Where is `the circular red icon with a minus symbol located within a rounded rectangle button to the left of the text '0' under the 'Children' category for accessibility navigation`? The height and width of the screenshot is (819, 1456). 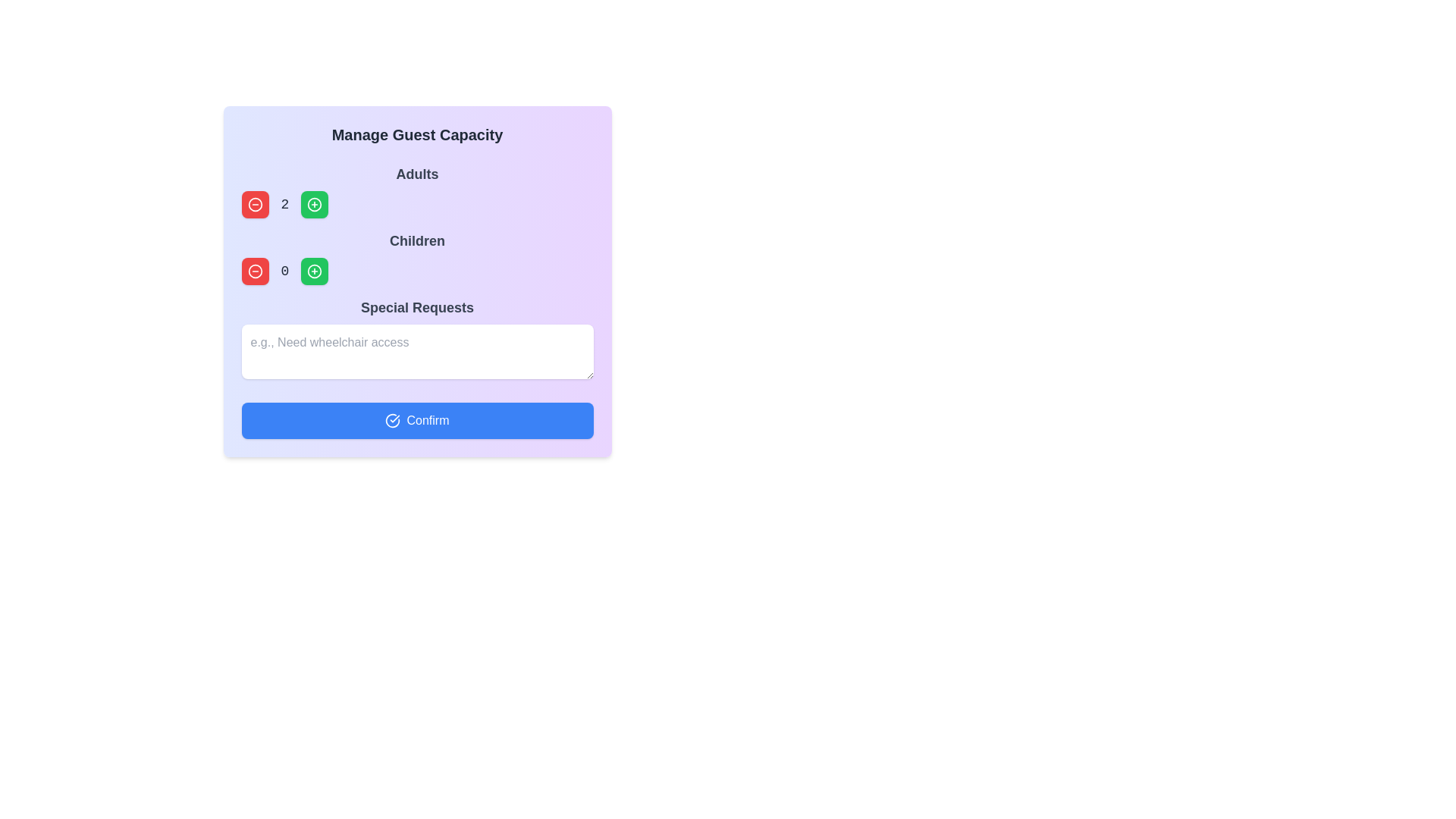 the circular red icon with a minus symbol located within a rounded rectangle button to the left of the text '0' under the 'Children' category for accessibility navigation is located at coordinates (255, 205).